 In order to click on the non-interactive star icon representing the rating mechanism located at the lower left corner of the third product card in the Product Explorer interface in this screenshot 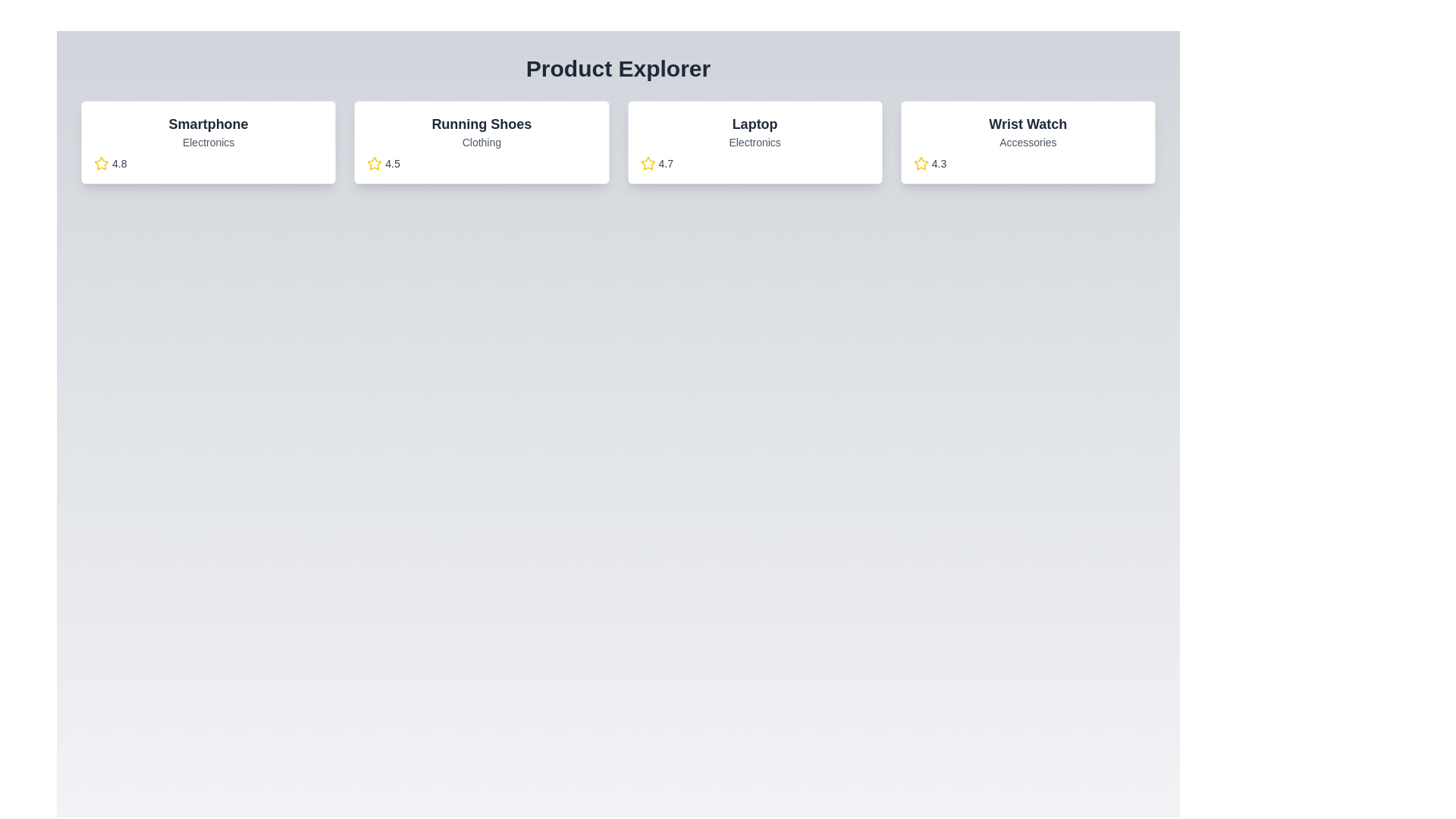, I will do `click(648, 163)`.